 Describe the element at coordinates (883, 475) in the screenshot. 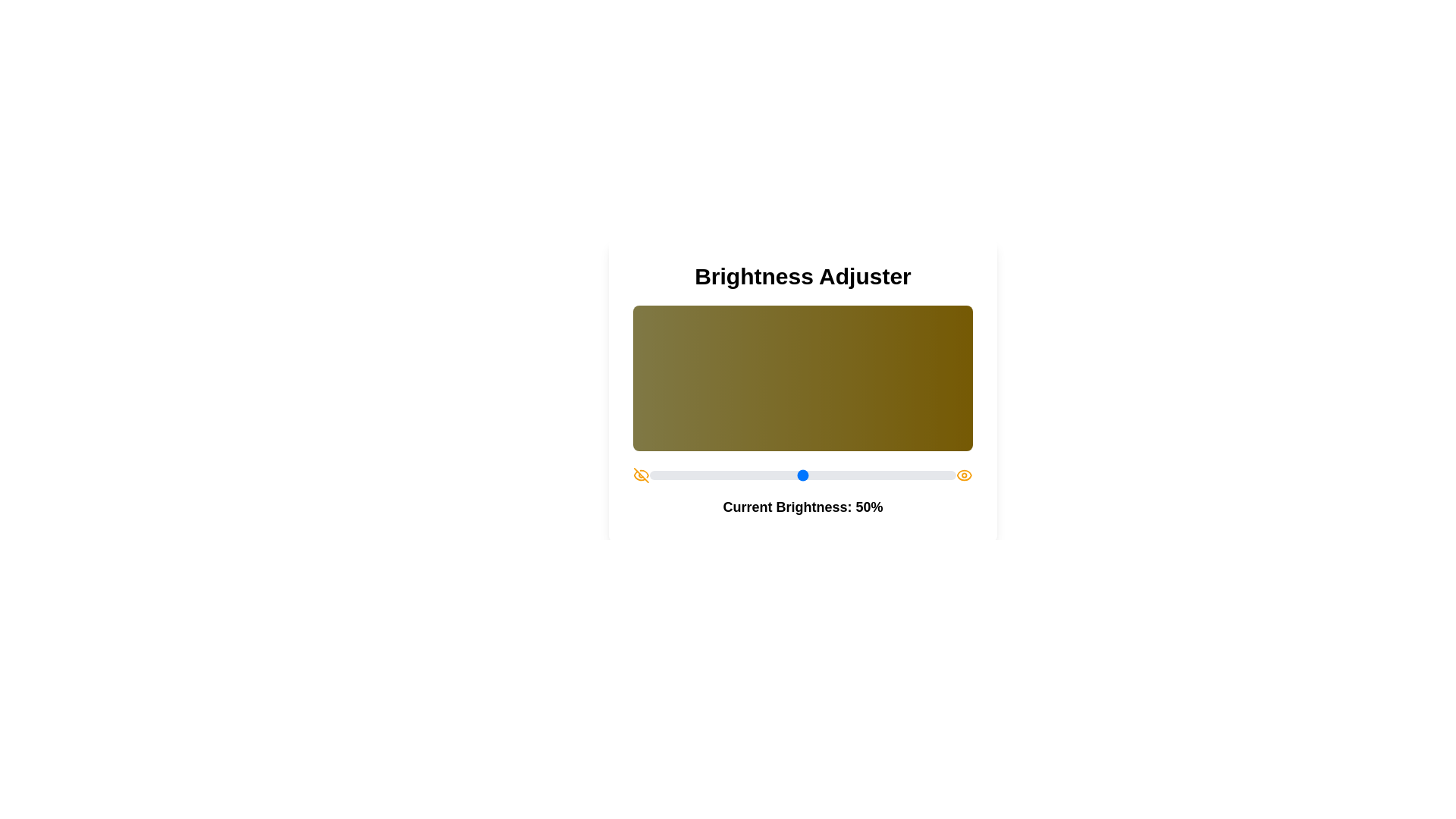

I see `the brightness slider to set the brightness to 76%` at that location.